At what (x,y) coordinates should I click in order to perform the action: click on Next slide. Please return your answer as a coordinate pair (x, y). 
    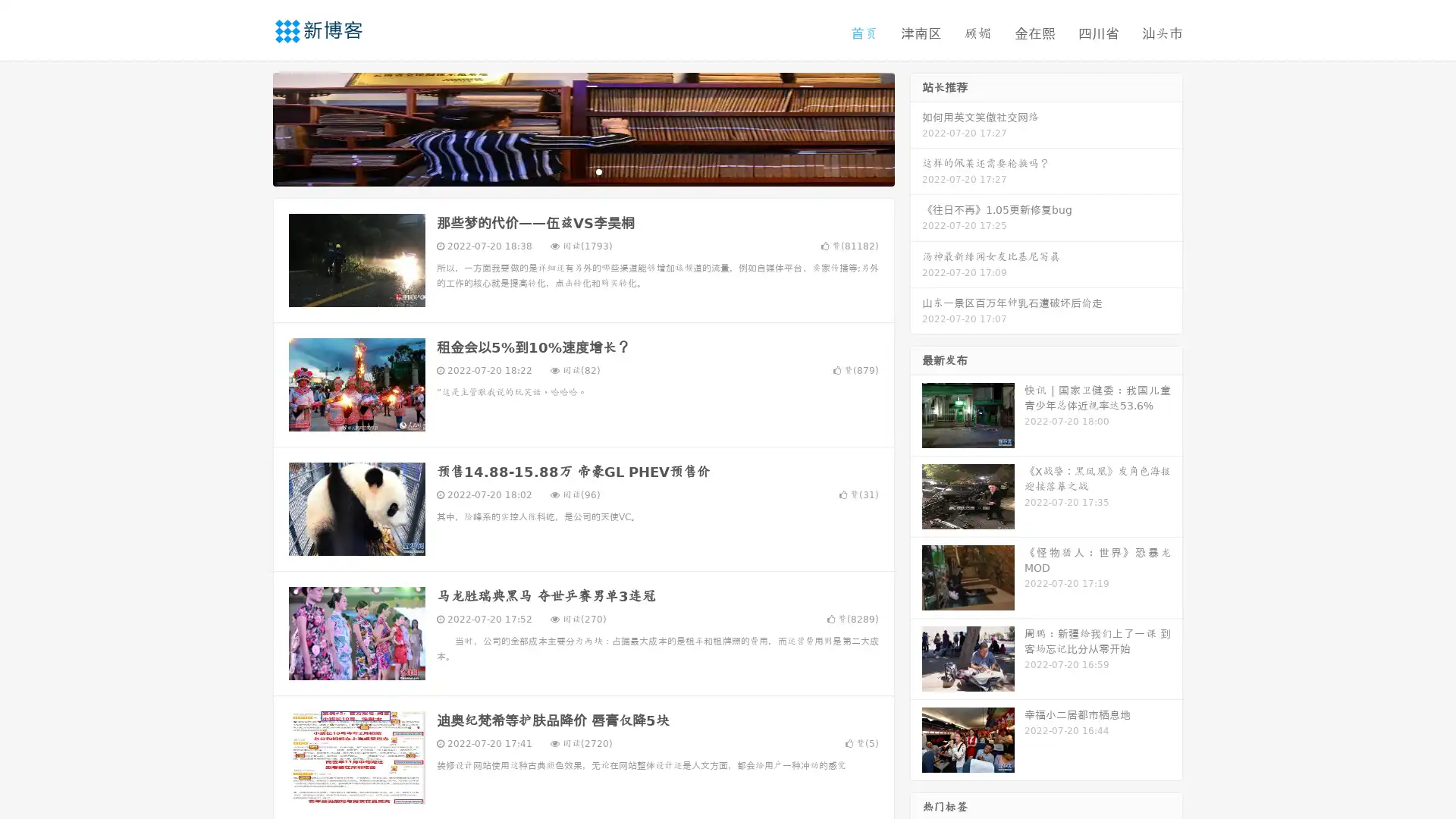
    Looking at the image, I should click on (916, 127).